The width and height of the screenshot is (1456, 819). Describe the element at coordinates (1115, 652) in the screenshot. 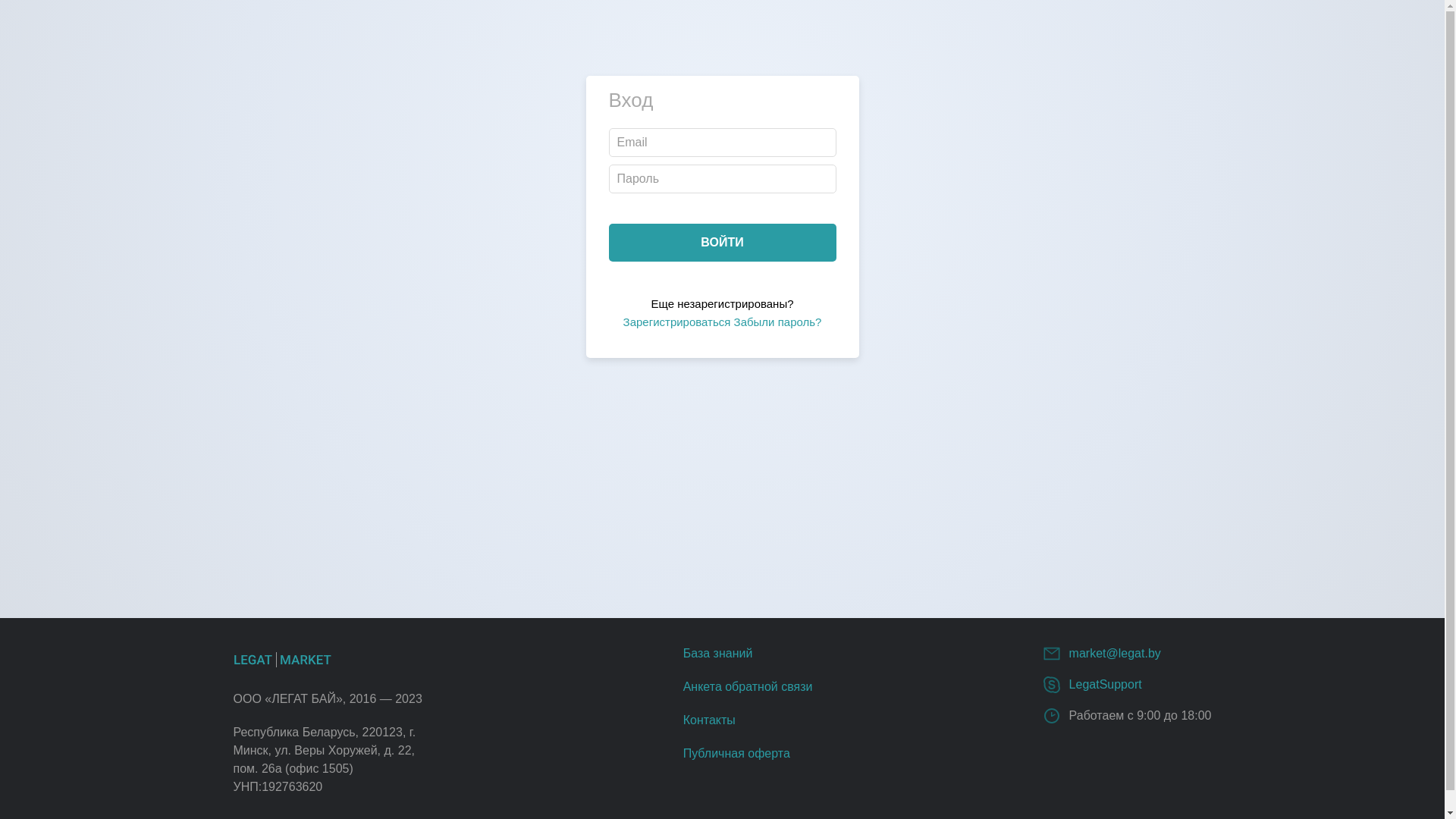

I see `'market@legat.by'` at that location.